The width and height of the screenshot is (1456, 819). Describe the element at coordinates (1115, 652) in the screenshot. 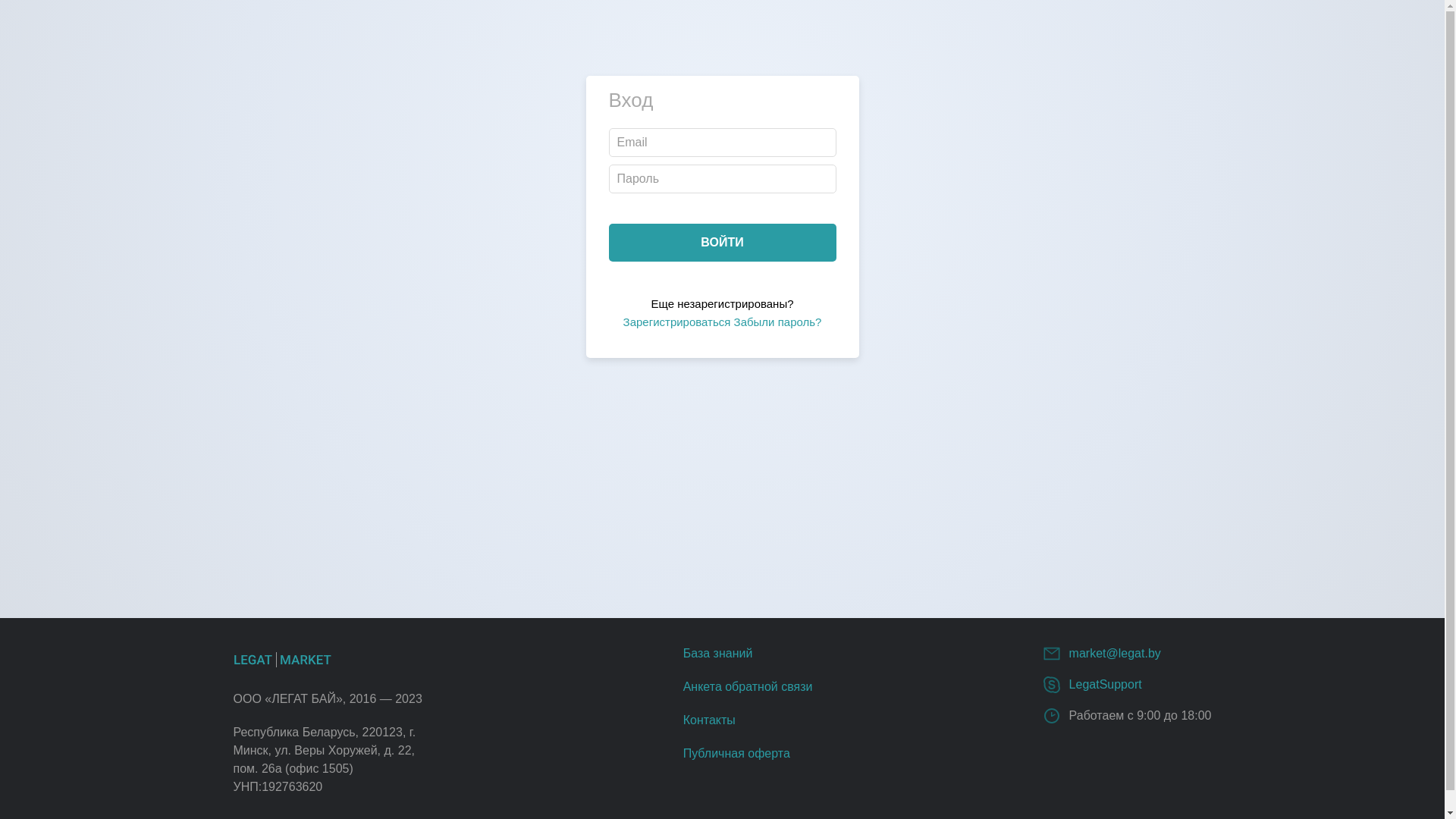

I see `'market@legat.by'` at that location.